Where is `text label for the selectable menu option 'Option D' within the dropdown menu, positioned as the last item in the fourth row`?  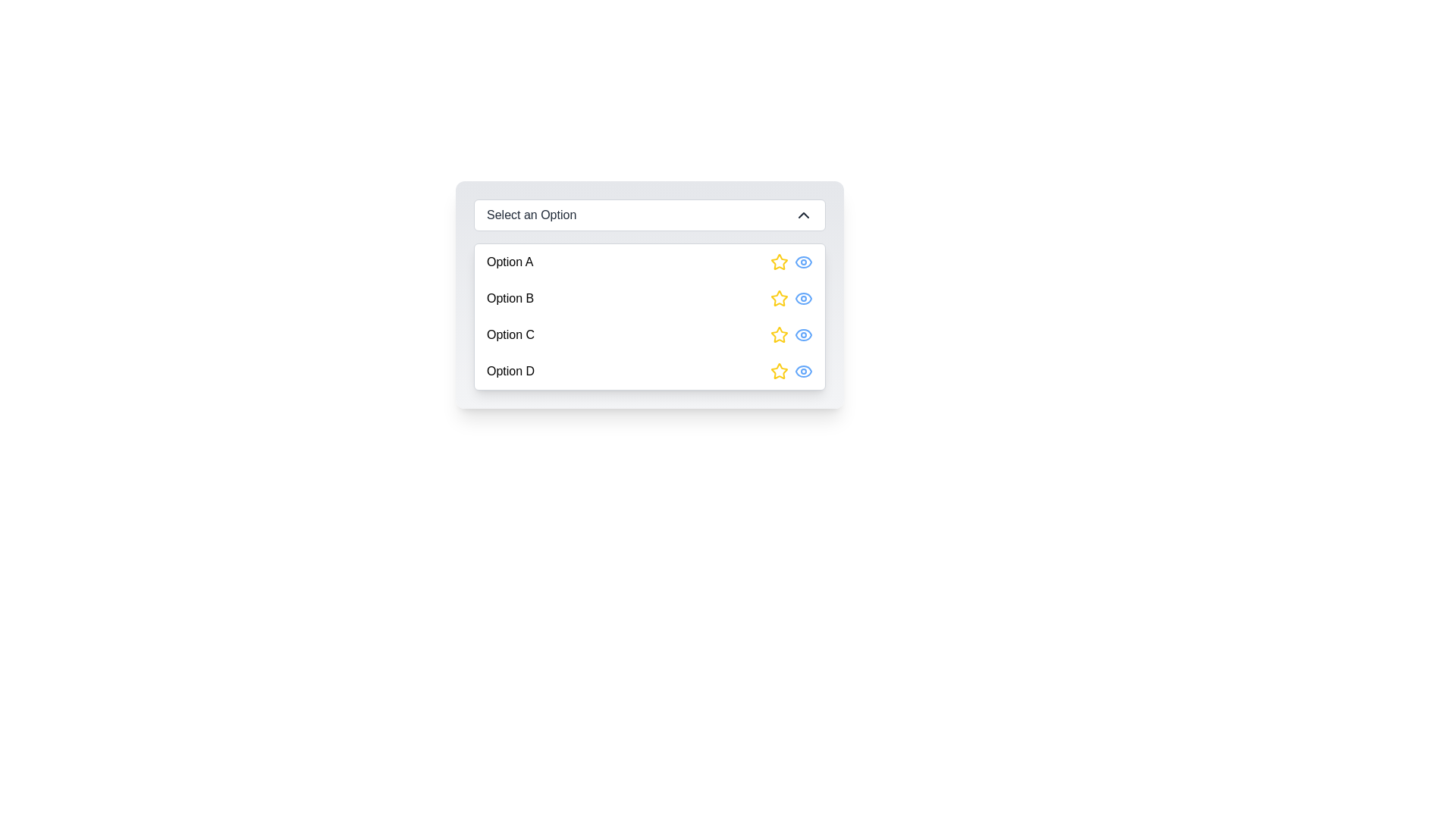
text label for the selectable menu option 'Option D' within the dropdown menu, positioned as the last item in the fourth row is located at coordinates (510, 371).